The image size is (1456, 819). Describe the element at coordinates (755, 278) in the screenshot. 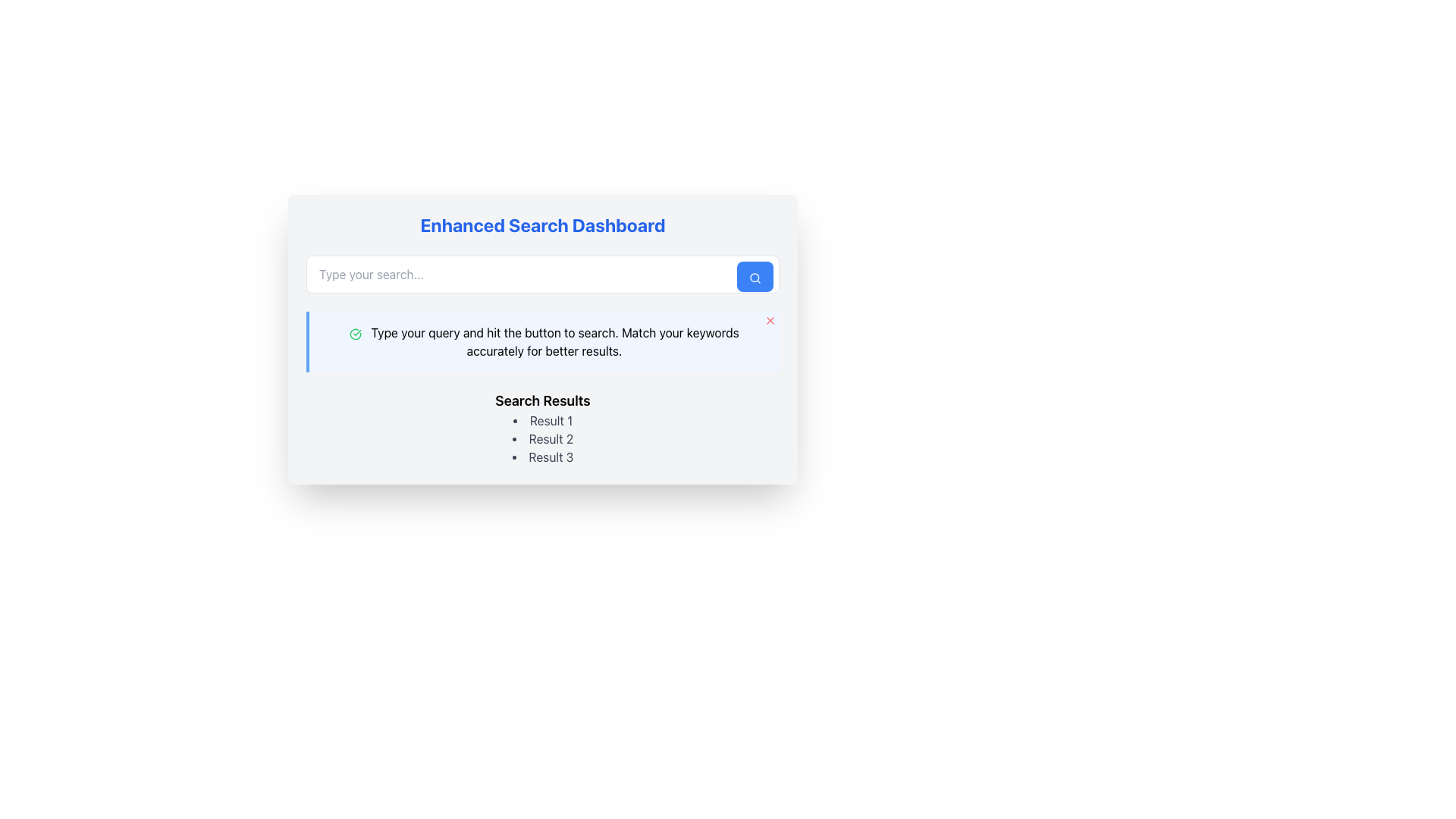

I see `the search icon located in the top-right corner of the text input box within the 'Enhanced Search Dashboard' to initiate a search operation` at that location.